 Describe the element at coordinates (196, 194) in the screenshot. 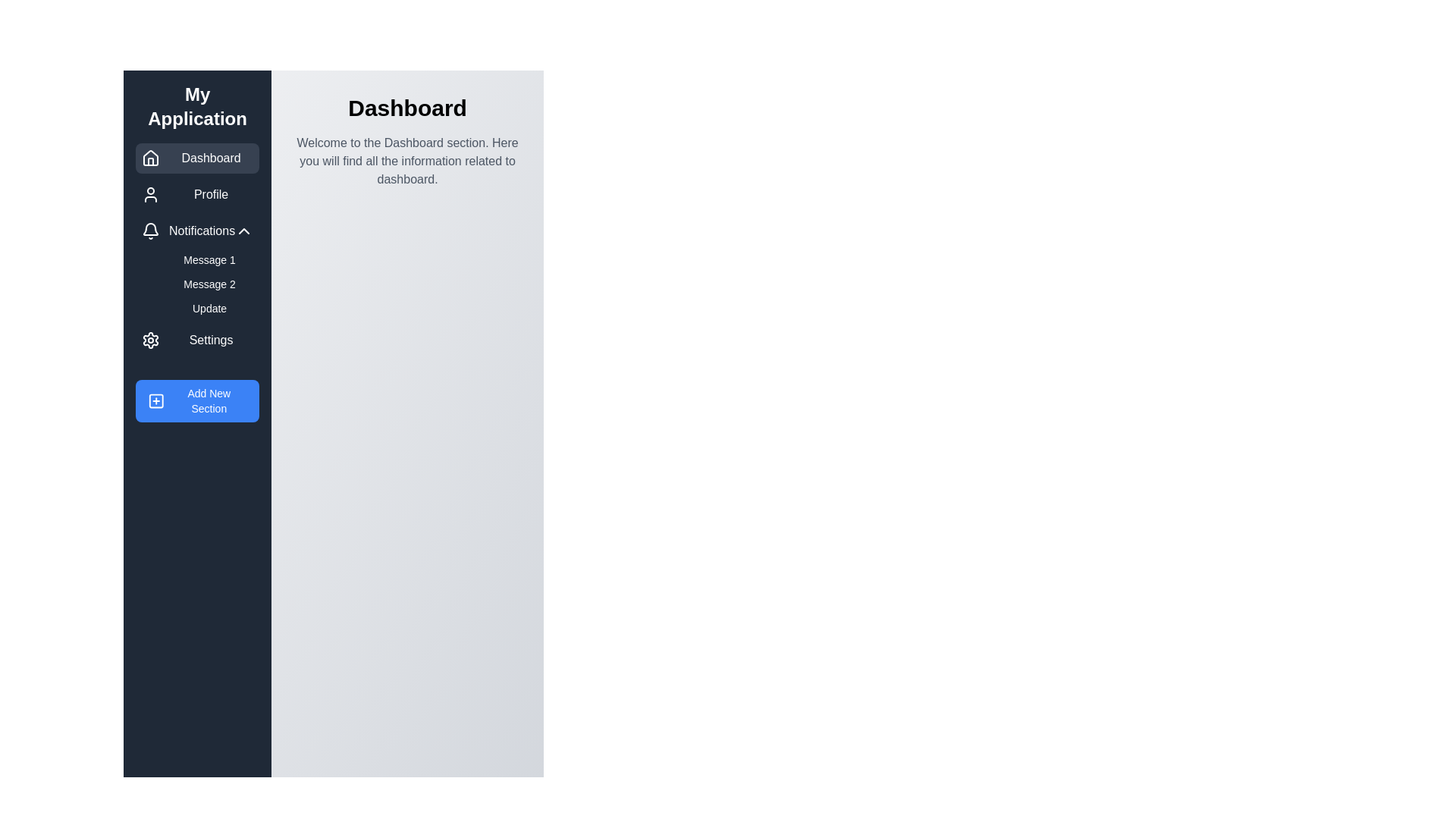

I see `the Navigation Menu Item that links to the user's profile section, positioned below the 'Dashboard' and above 'Notifications'` at that location.